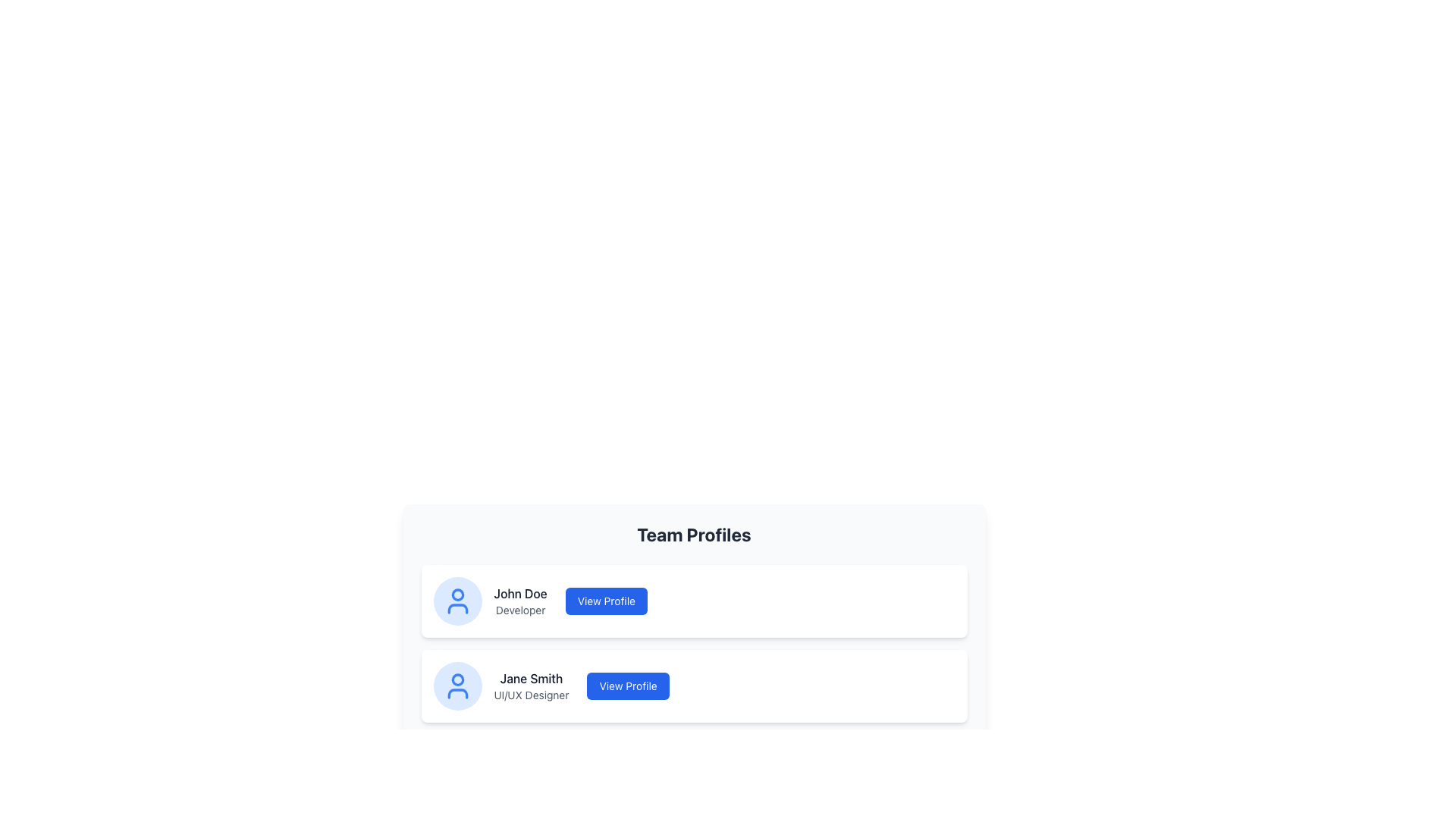  What do you see at coordinates (531, 677) in the screenshot?
I see `the 'Jane Smith' text label in the profile card` at bounding box center [531, 677].